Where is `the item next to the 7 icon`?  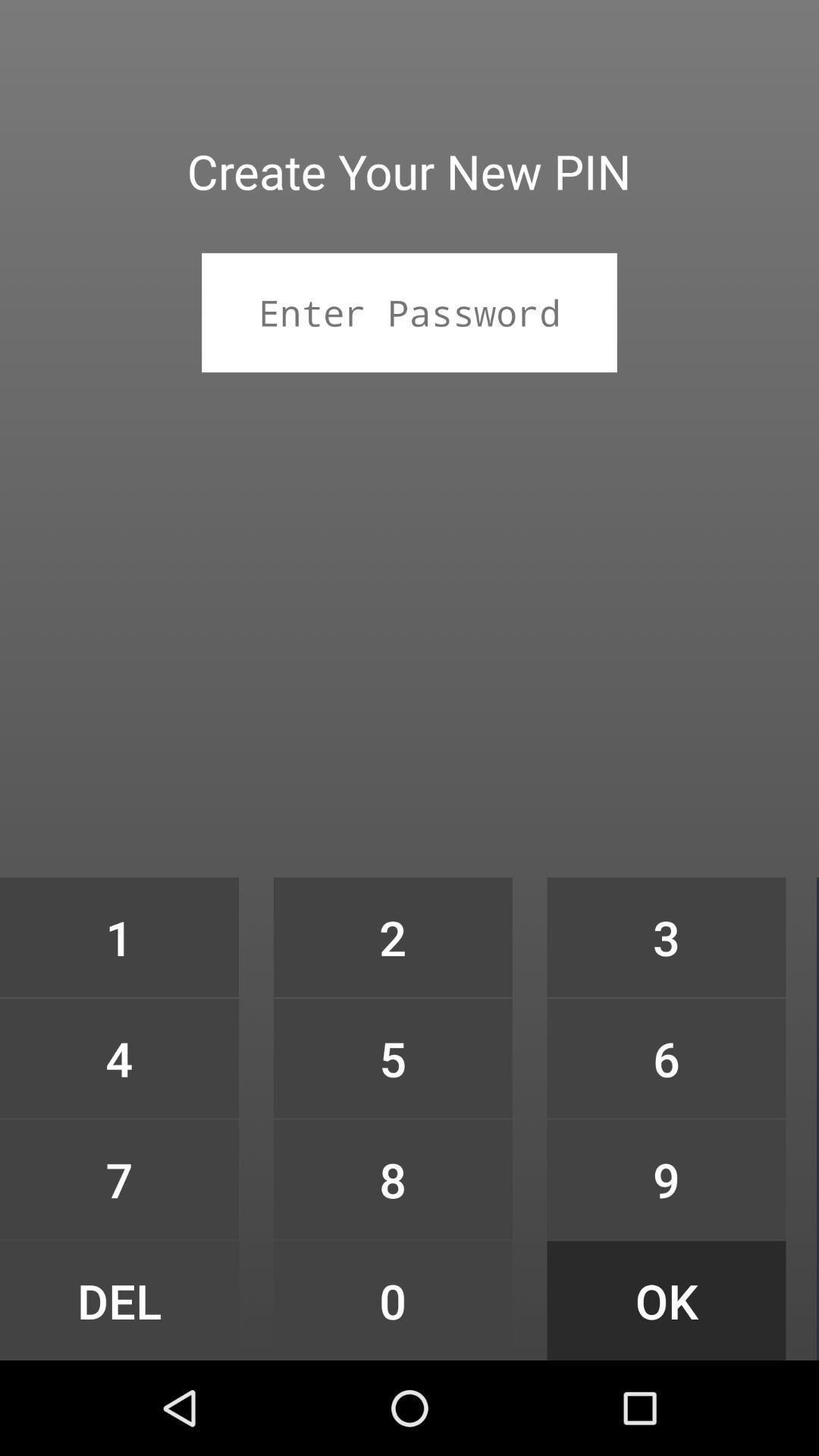
the item next to the 7 icon is located at coordinates (392, 1300).